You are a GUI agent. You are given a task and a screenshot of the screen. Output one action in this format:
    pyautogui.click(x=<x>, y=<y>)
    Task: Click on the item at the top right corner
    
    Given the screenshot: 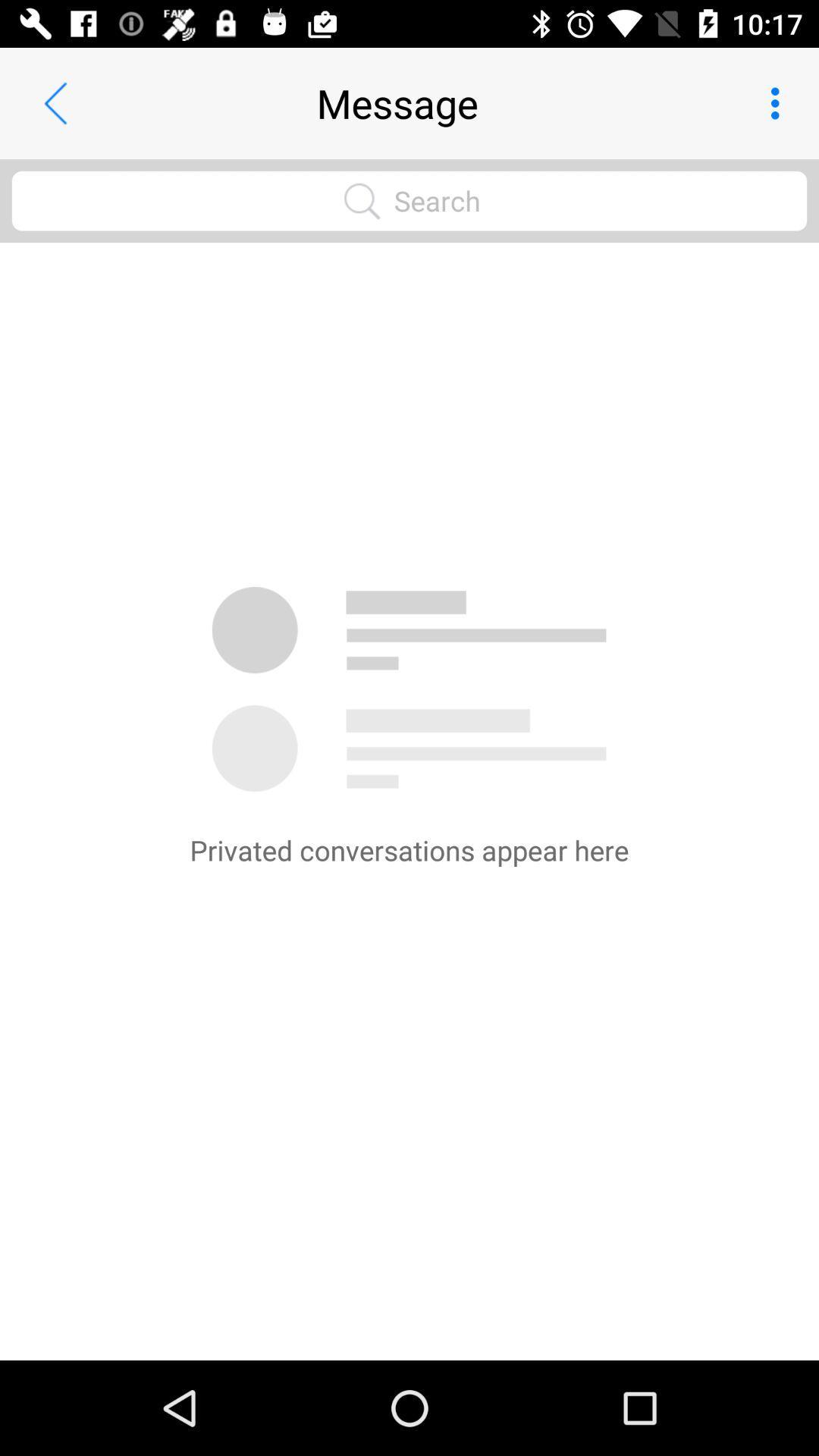 What is the action you would take?
    pyautogui.click(x=779, y=102)
    